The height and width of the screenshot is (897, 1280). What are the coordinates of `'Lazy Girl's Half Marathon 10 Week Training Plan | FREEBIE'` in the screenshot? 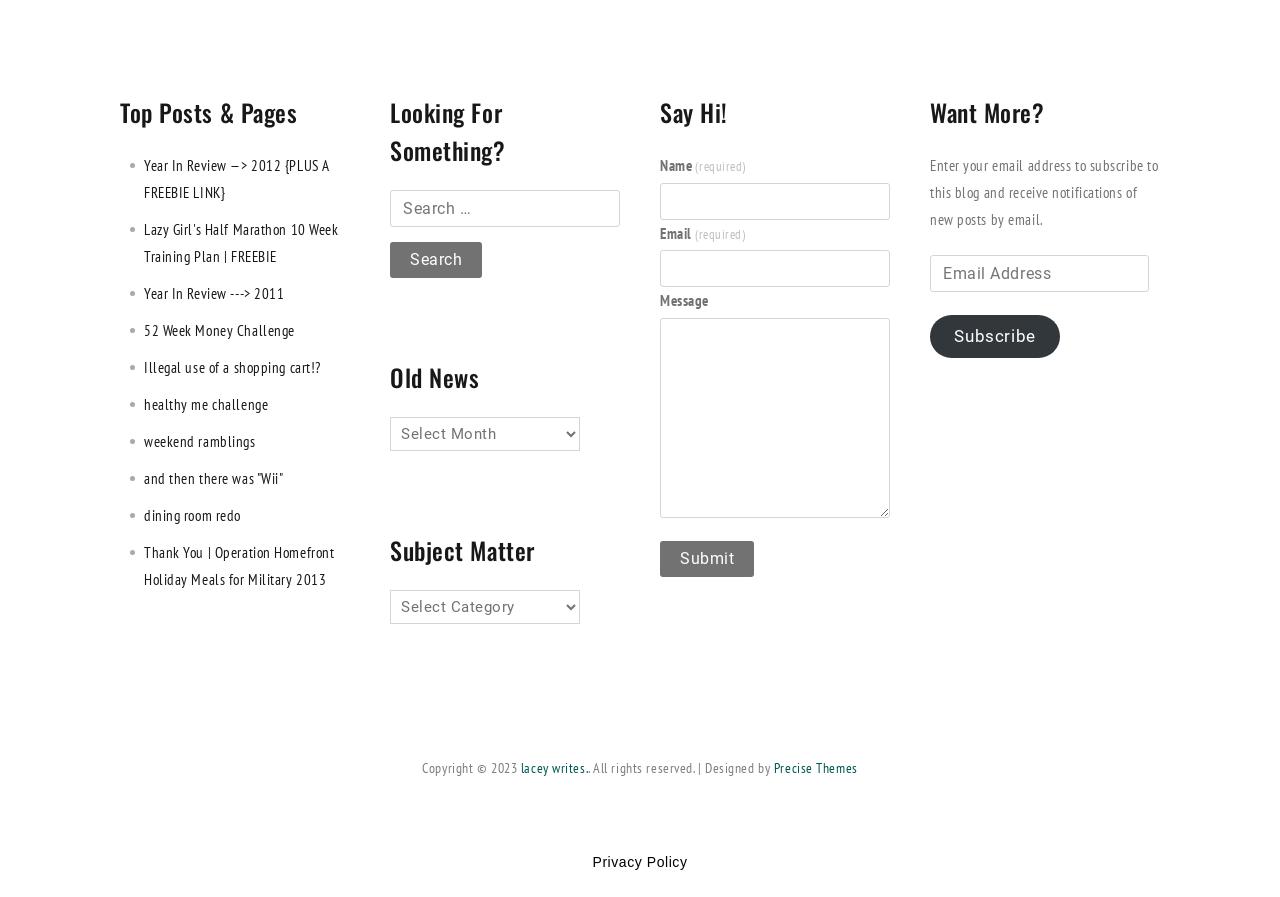 It's located at (240, 241).